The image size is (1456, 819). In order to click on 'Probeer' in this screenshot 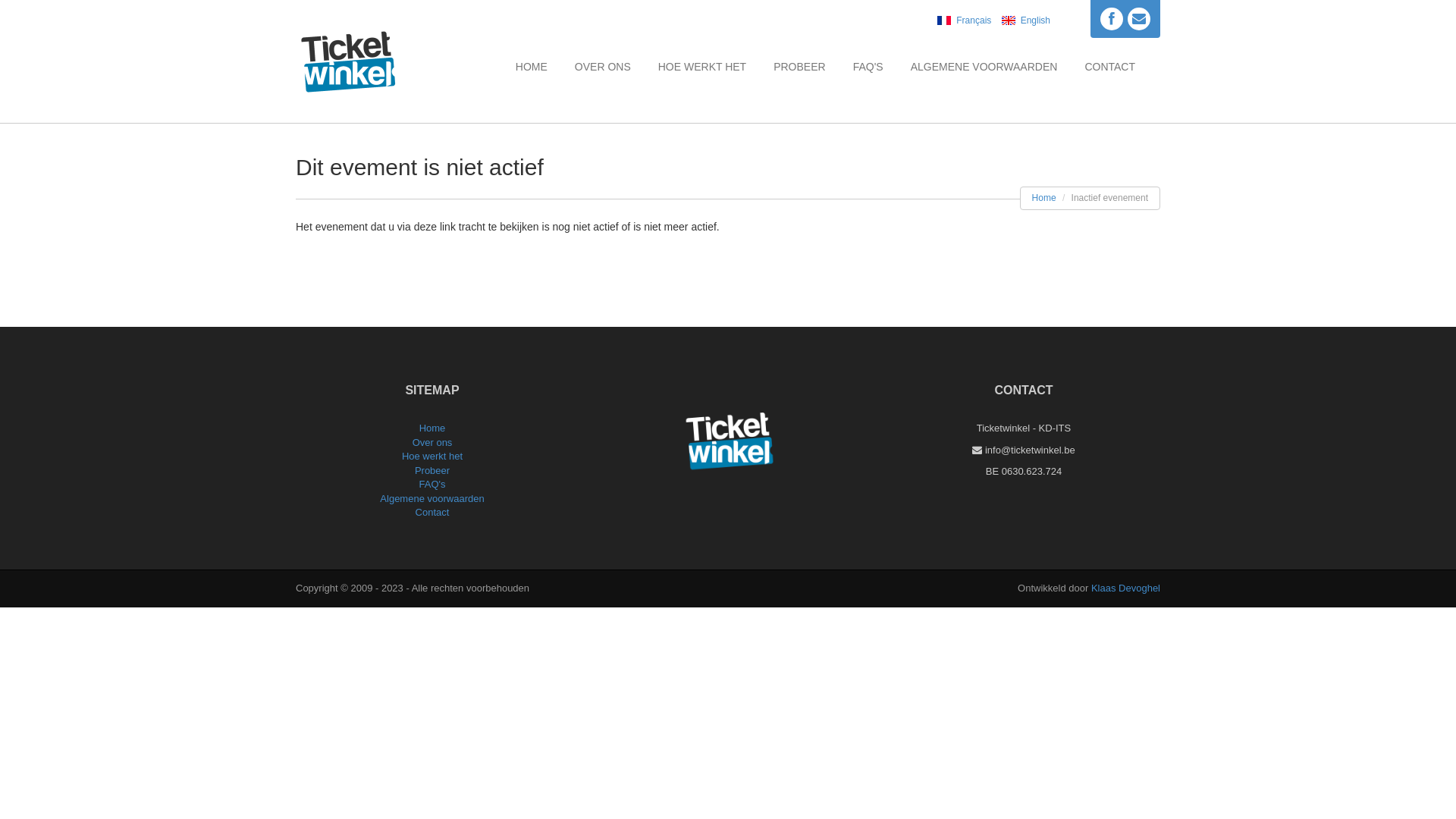, I will do `click(431, 469)`.